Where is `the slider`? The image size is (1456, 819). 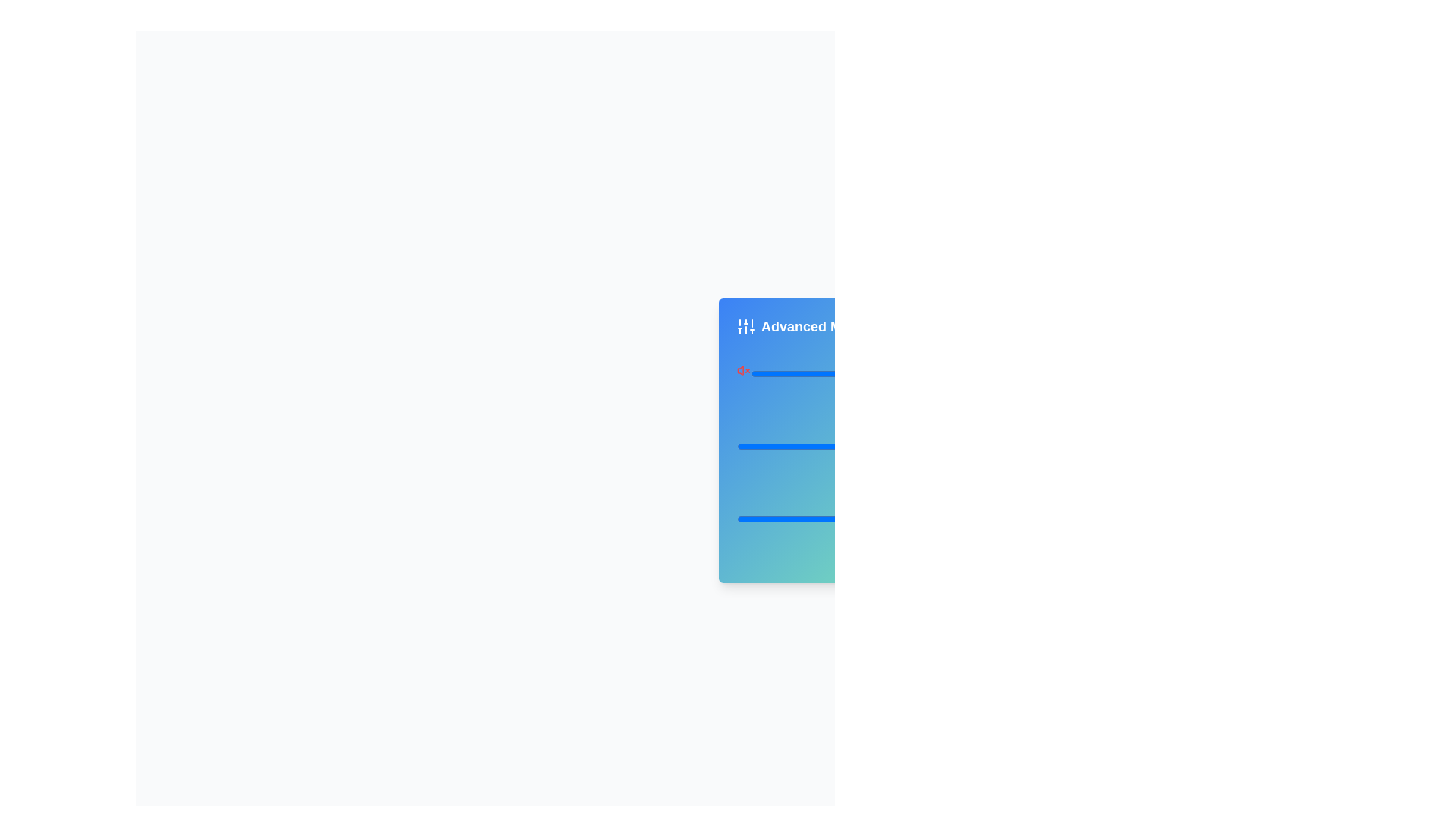 the slider is located at coordinates (989, 519).